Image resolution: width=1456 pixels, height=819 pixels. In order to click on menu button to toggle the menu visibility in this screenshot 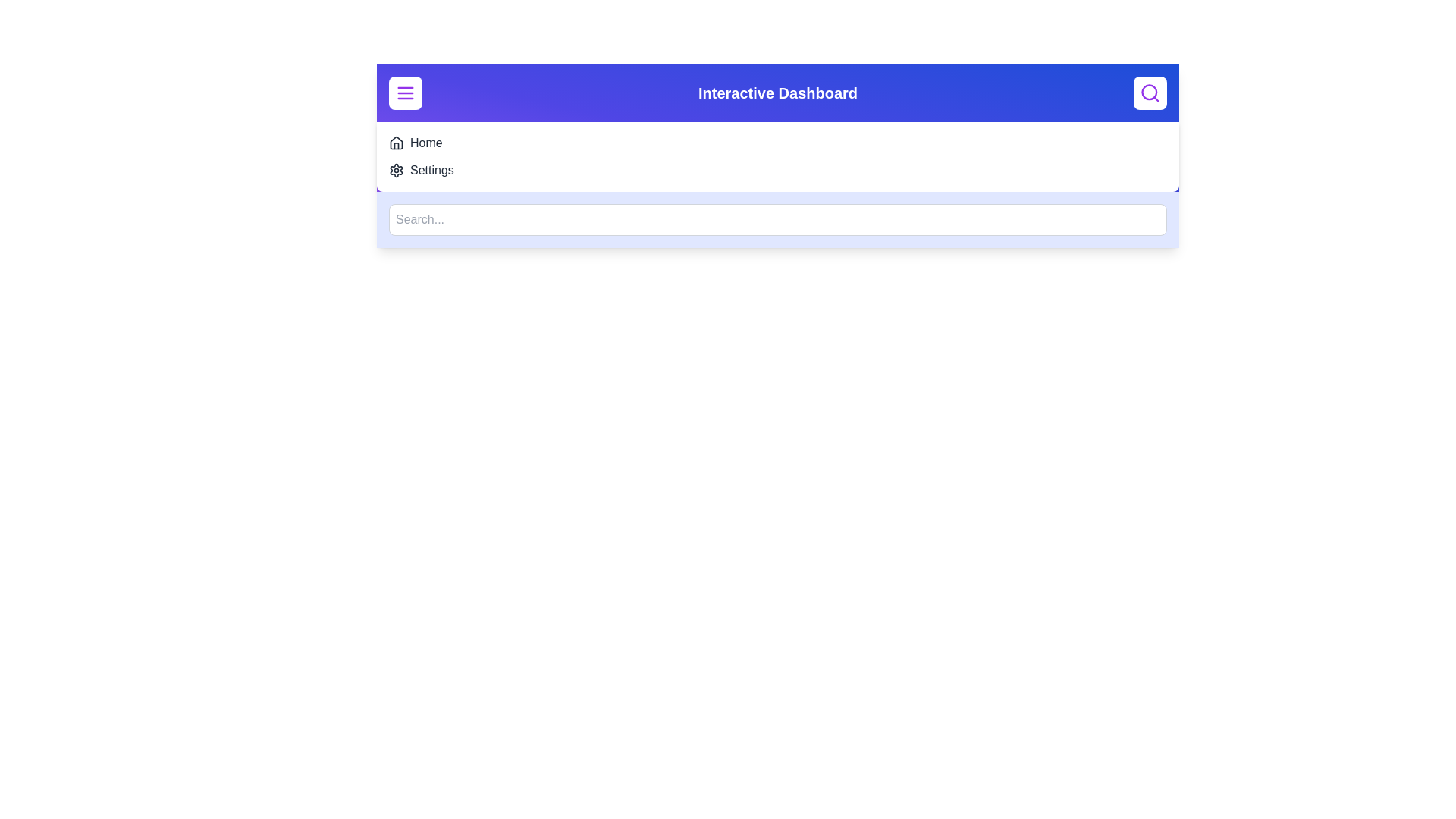, I will do `click(405, 93)`.